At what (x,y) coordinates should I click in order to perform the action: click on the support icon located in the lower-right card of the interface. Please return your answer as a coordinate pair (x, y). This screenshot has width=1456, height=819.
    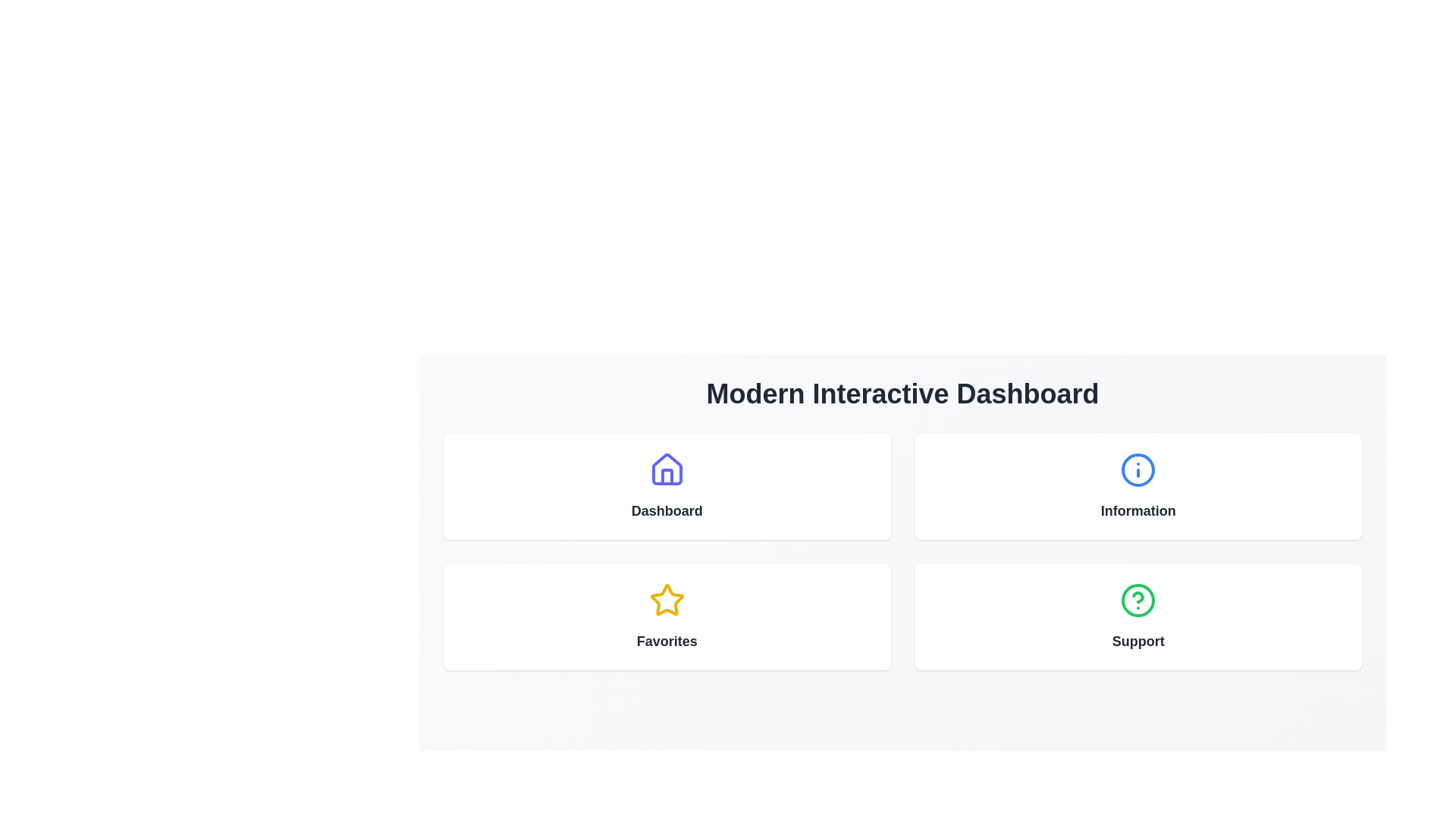
    Looking at the image, I should click on (1138, 599).